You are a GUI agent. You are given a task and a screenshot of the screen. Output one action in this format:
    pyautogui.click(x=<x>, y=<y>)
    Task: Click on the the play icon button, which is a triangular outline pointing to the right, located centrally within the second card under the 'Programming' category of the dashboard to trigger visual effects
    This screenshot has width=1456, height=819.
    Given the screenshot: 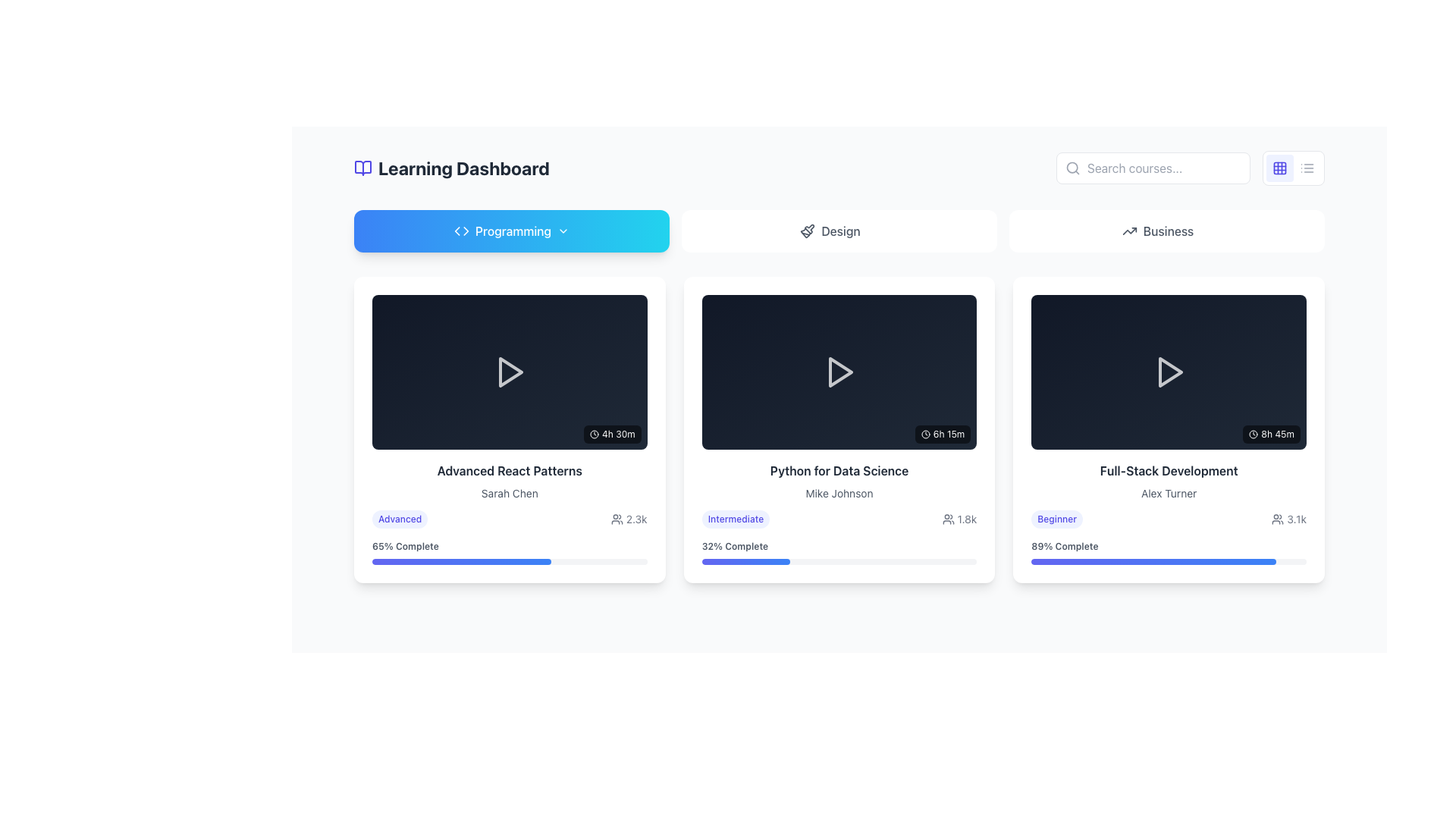 What is the action you would take?
    pyautogui.click(x=839, y=372)
    